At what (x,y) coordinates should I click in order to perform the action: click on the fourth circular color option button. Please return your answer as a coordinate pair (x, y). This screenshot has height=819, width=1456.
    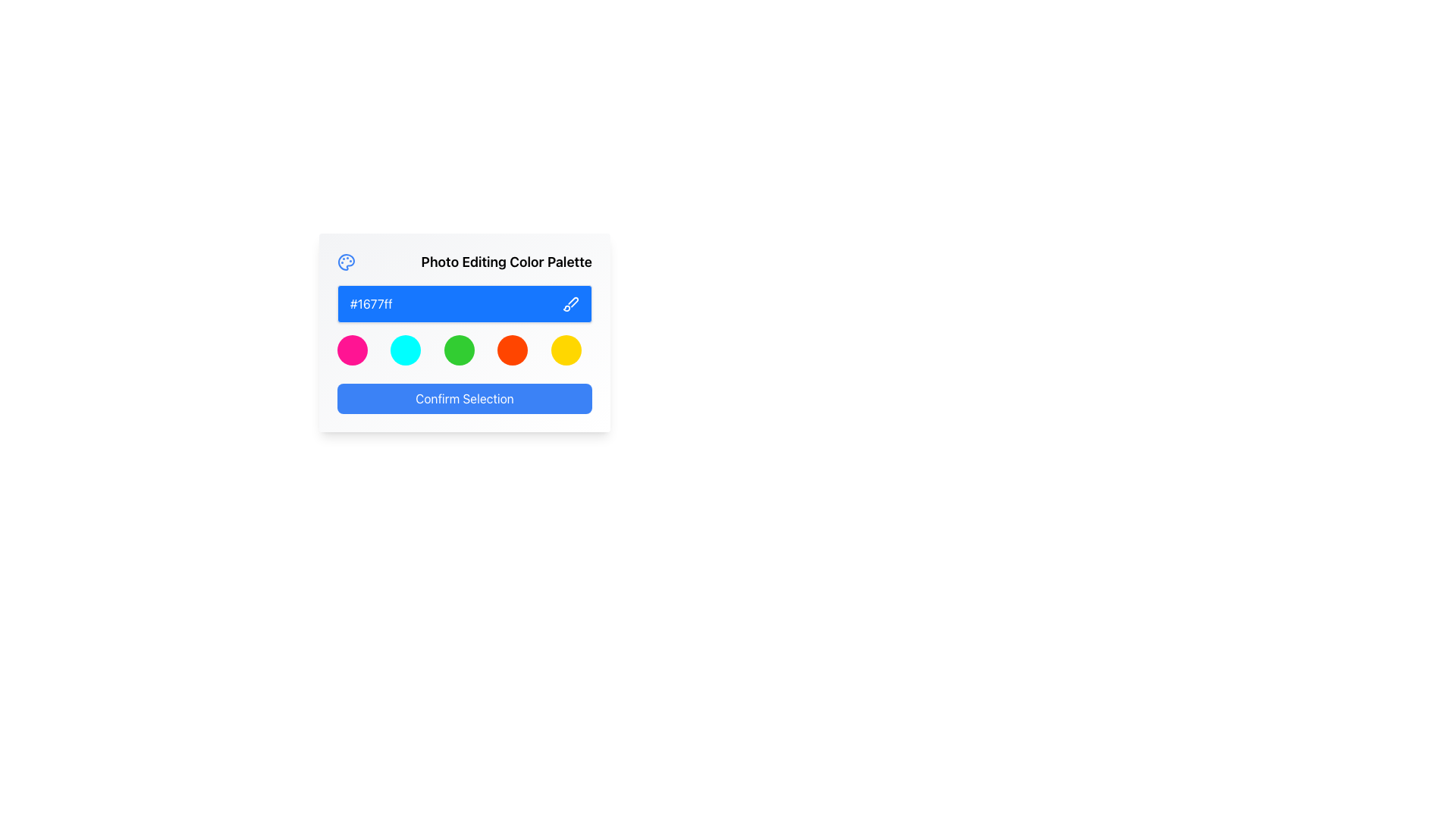
    Looking at the image, I should click on (513, 350).